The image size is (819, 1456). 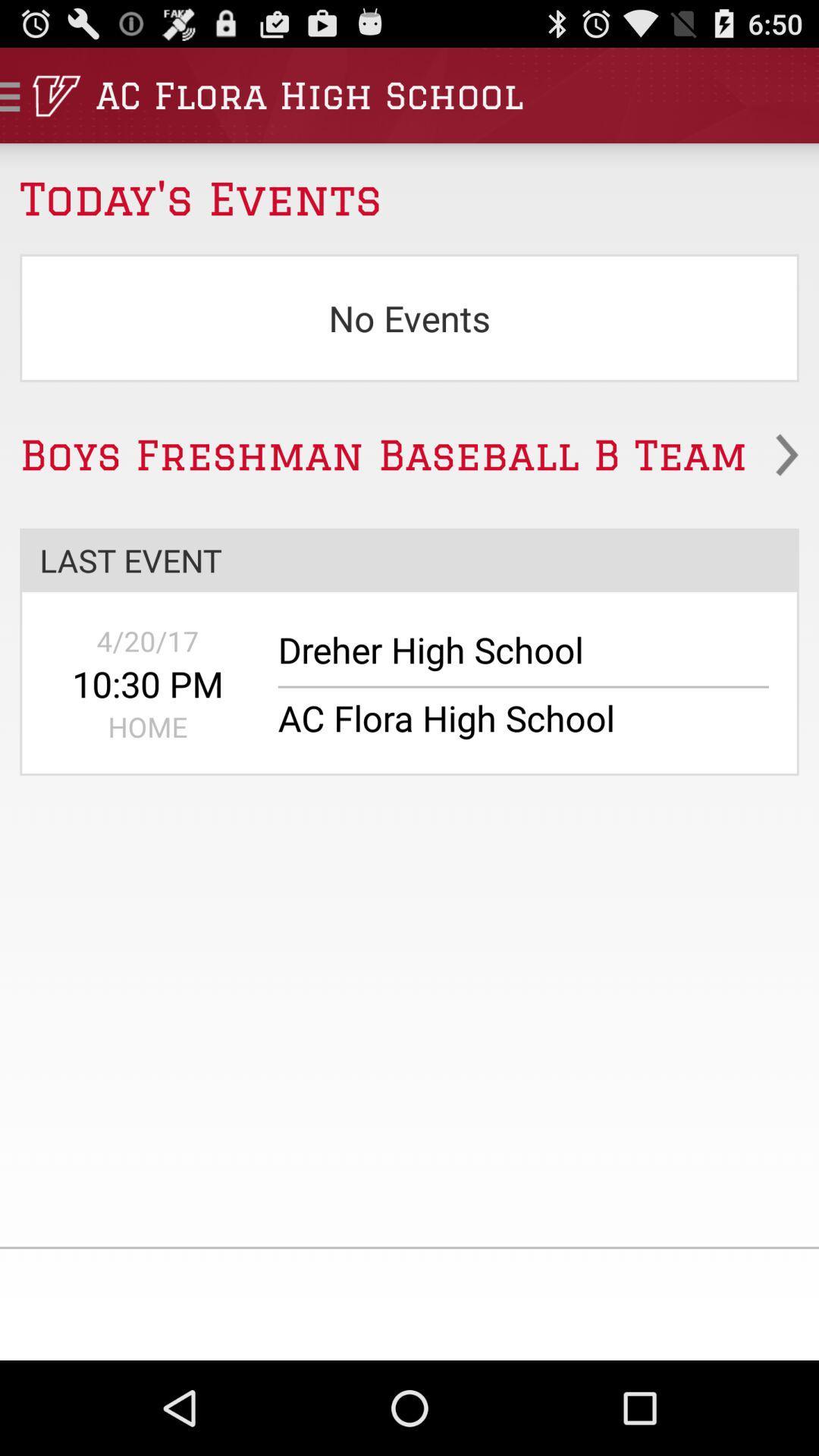 What do you see at coordinates (409, 559) in the screenshot?
I see `last event icon` at bounding box center [409, 559].